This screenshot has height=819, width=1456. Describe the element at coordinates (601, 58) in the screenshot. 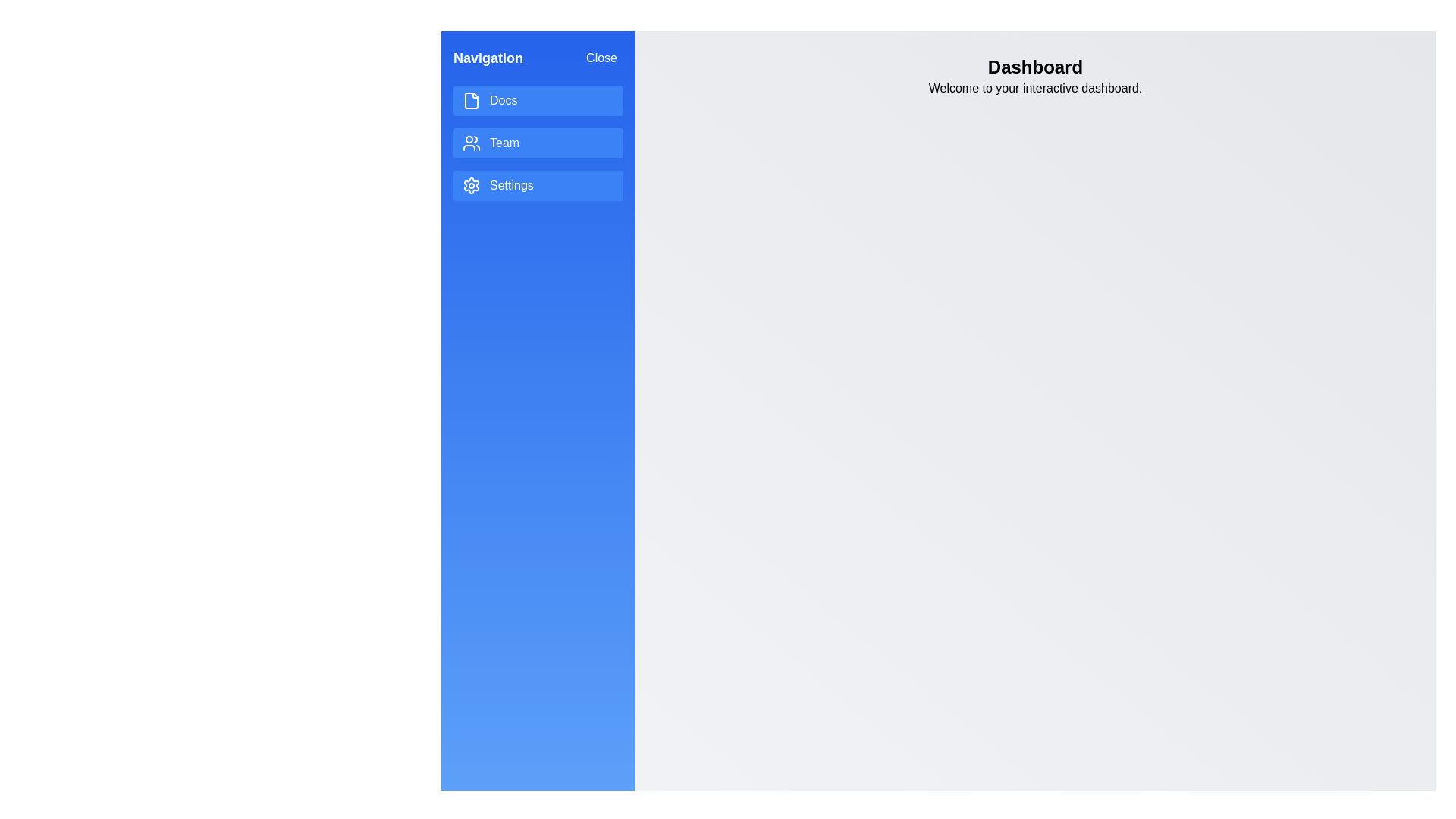

I see `'Close' button to toggle the drawer closed` at that location.